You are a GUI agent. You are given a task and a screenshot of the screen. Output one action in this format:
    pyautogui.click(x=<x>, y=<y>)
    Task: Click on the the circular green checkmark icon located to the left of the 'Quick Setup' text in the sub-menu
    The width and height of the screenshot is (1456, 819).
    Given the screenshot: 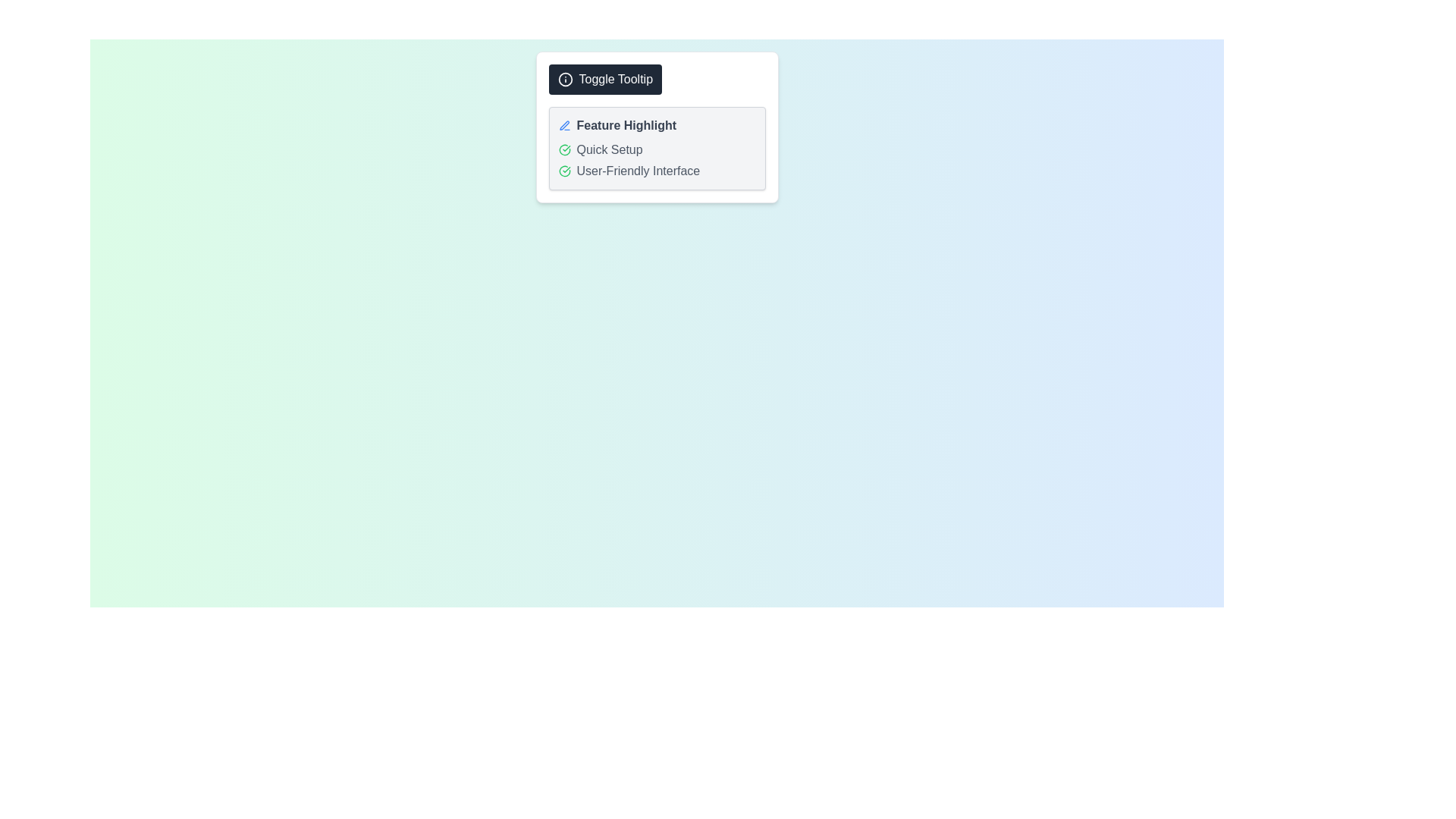 What is the action you would take?
    pyautogui.click(x=563, y=149)
    